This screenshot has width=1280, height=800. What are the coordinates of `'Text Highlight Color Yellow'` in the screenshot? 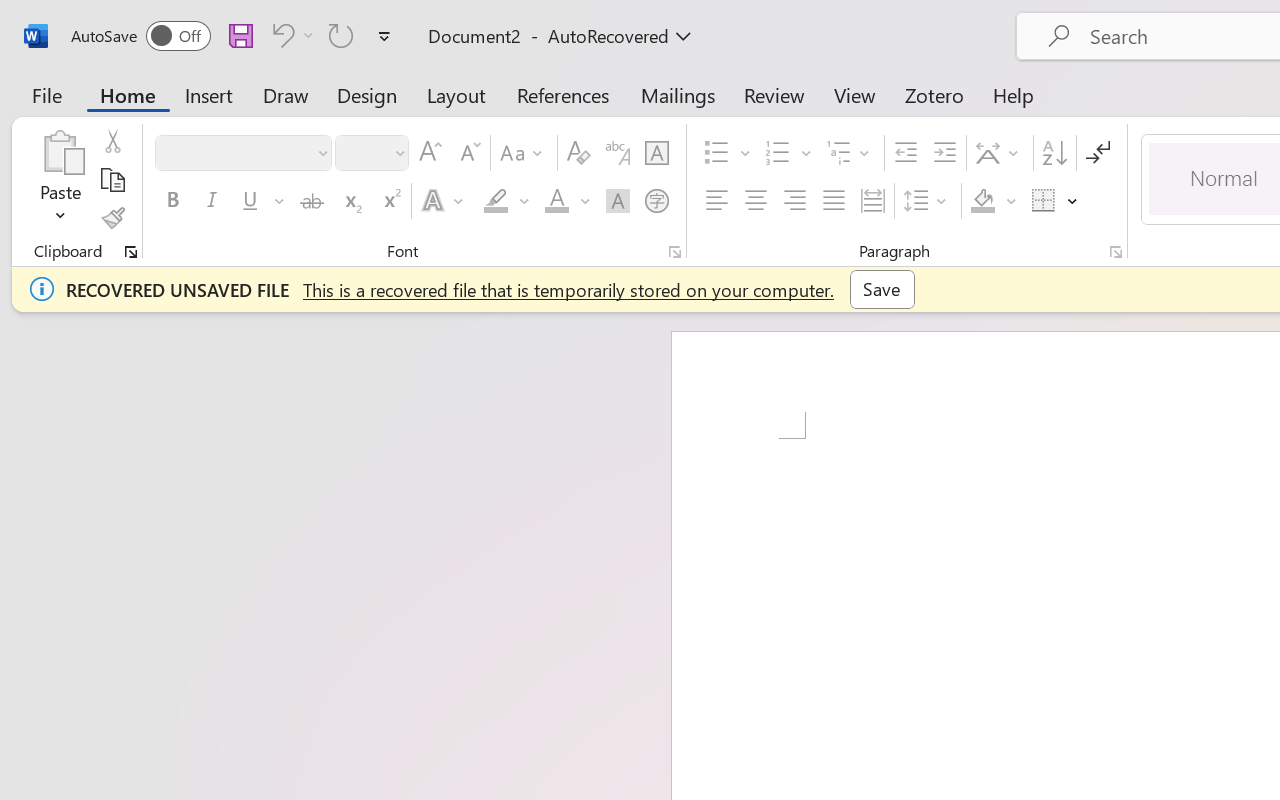 It's located at (496, 201).